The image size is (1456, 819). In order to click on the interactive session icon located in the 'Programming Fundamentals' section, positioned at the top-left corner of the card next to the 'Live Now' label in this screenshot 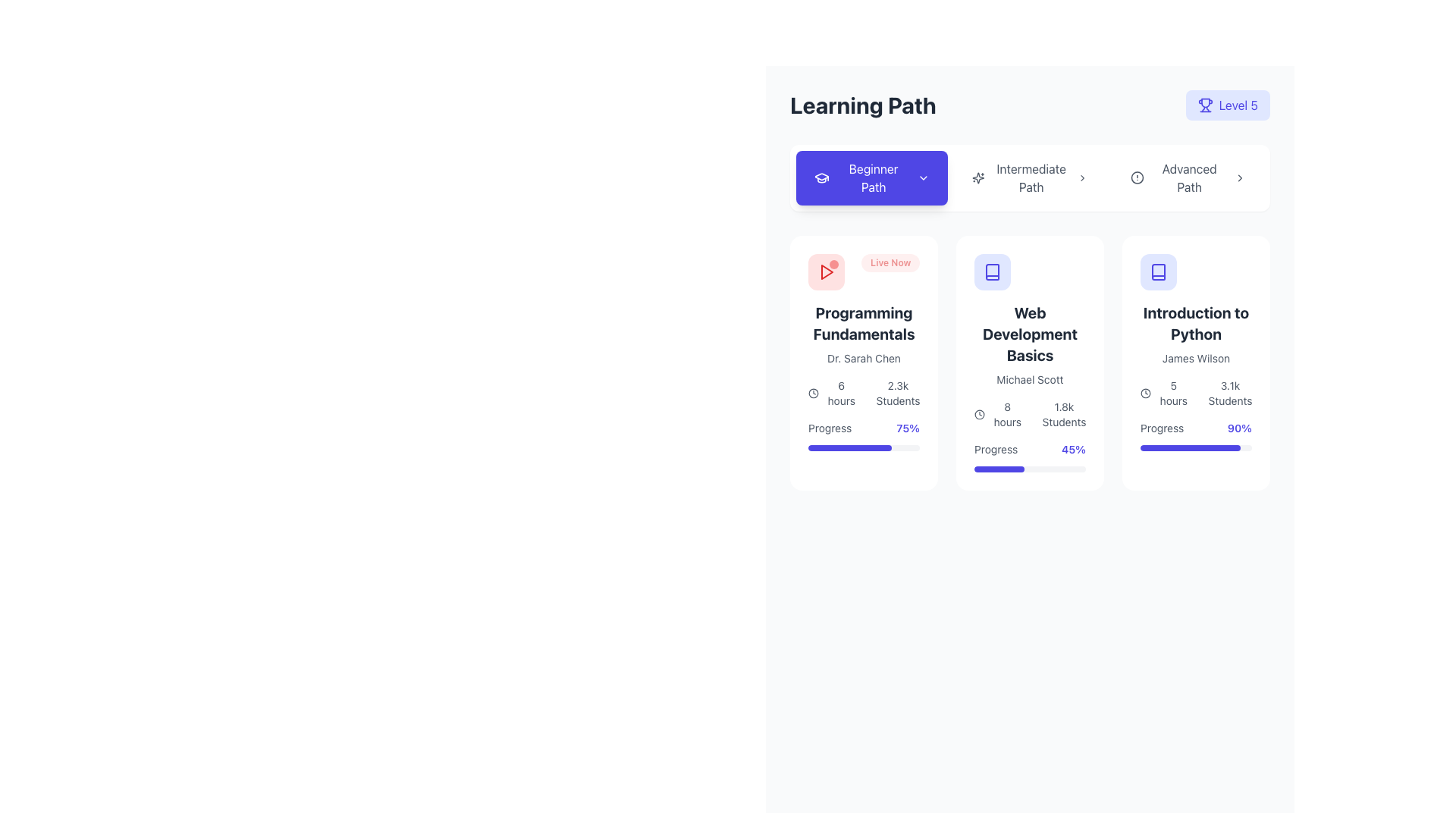, I will do `click(826, 271)`.